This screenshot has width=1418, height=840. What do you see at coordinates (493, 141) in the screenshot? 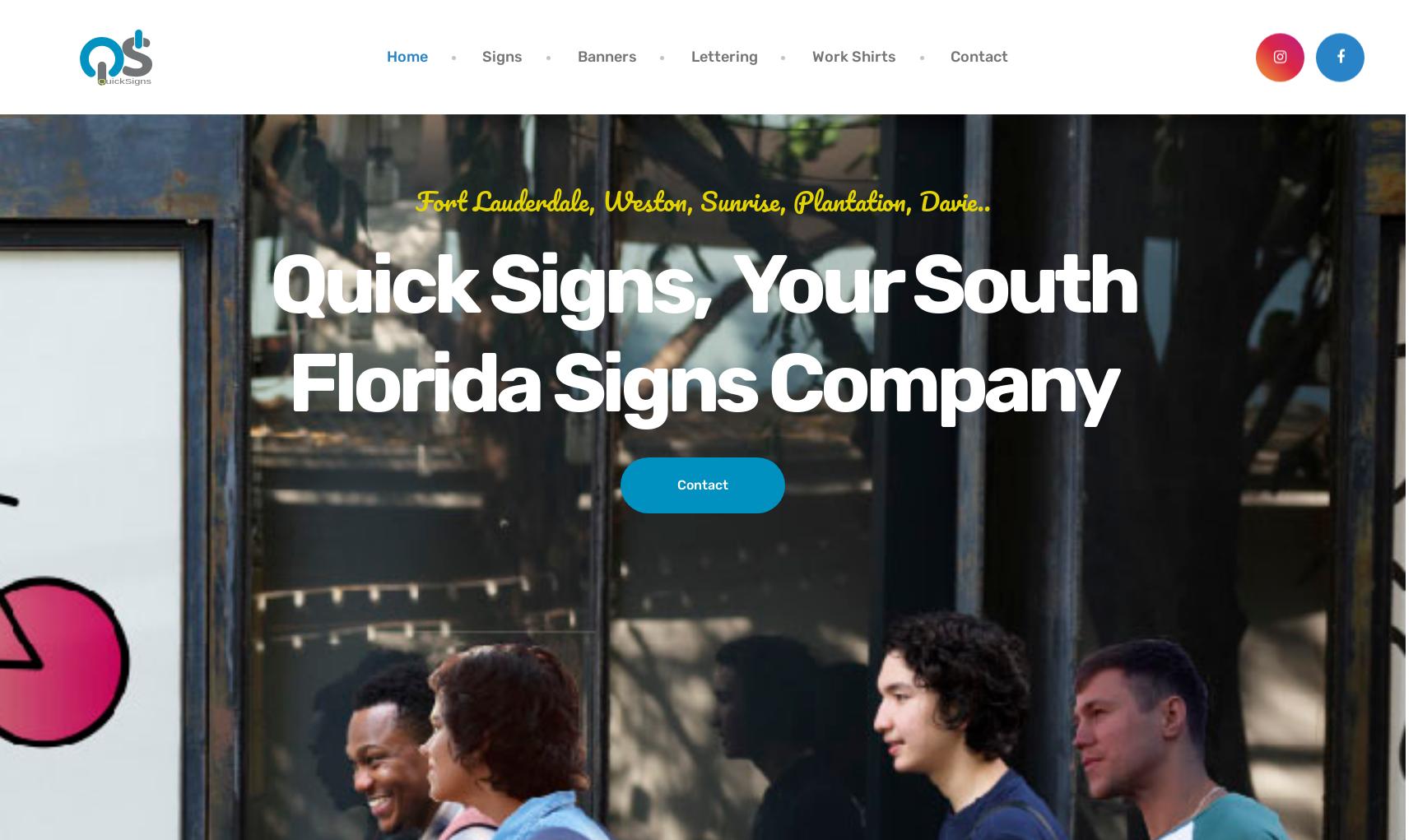
I see `'Yard Signs'` at bounding box center [493, 141].